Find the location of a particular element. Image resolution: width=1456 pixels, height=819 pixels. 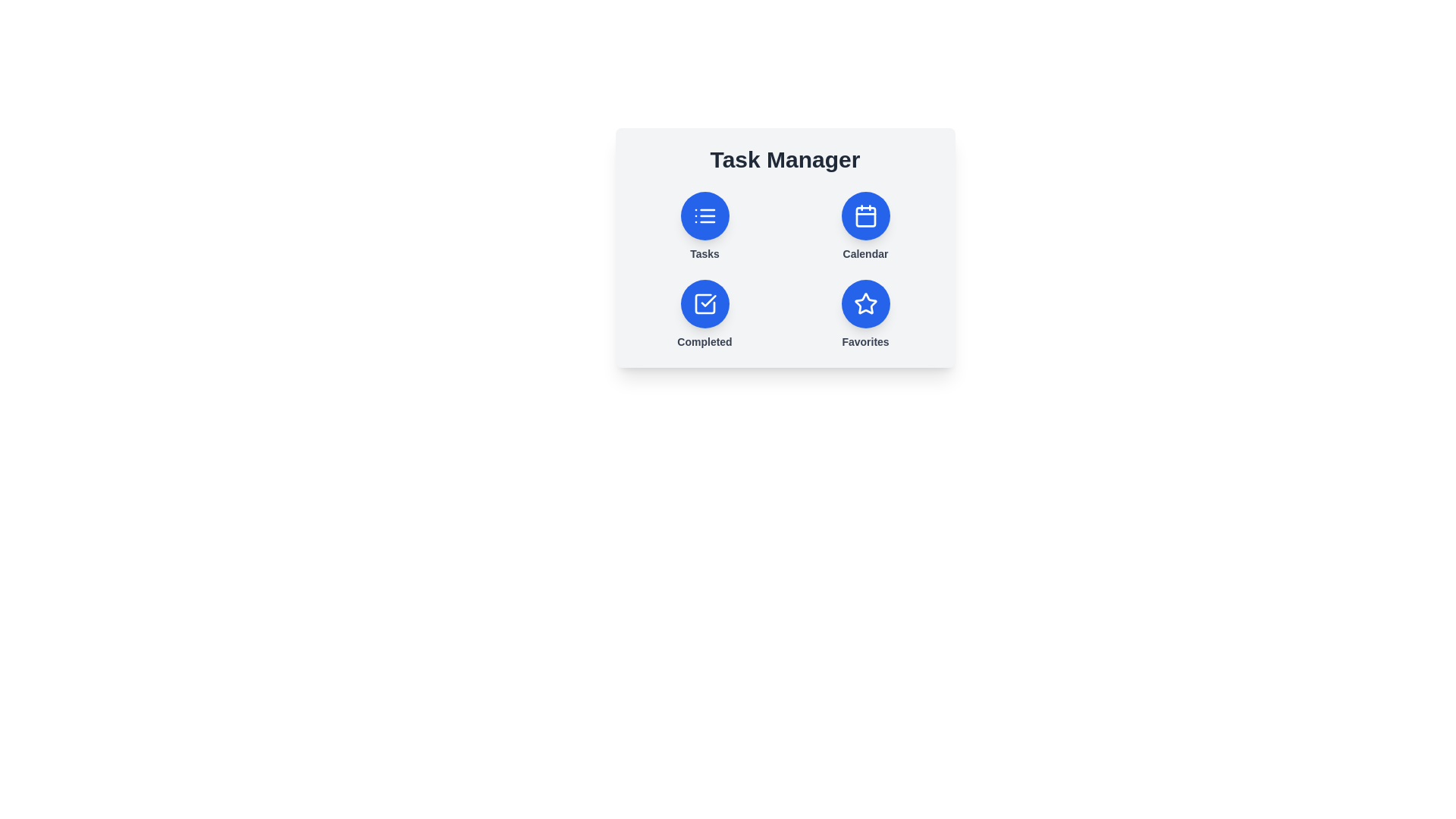

the rounded blue button labeled 'Favorites' with a white star icon is located at coordinates (865, 314).